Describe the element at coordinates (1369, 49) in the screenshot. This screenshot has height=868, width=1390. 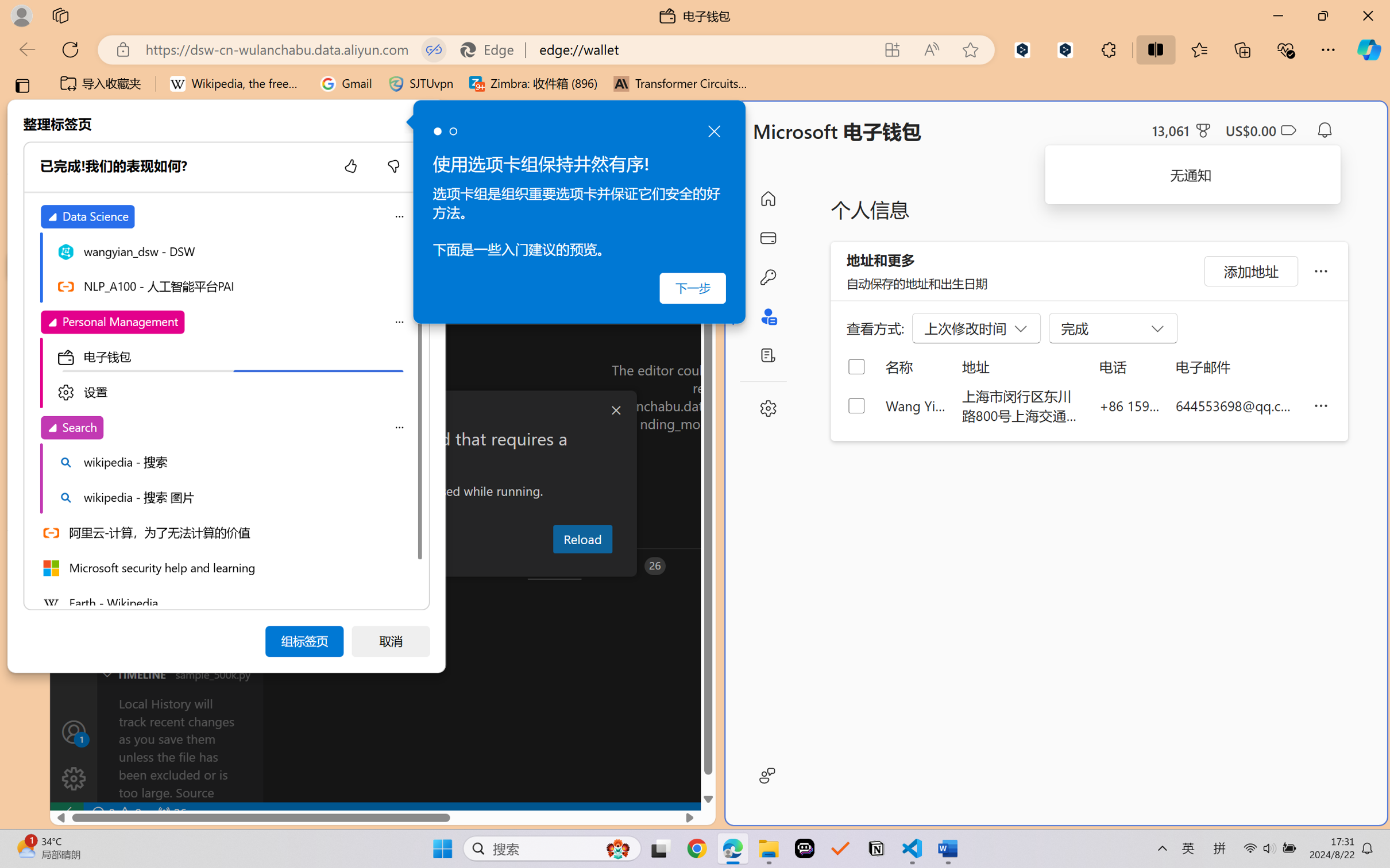
I see `'Copilot (Ctrl+Shift+.)'` at that location.